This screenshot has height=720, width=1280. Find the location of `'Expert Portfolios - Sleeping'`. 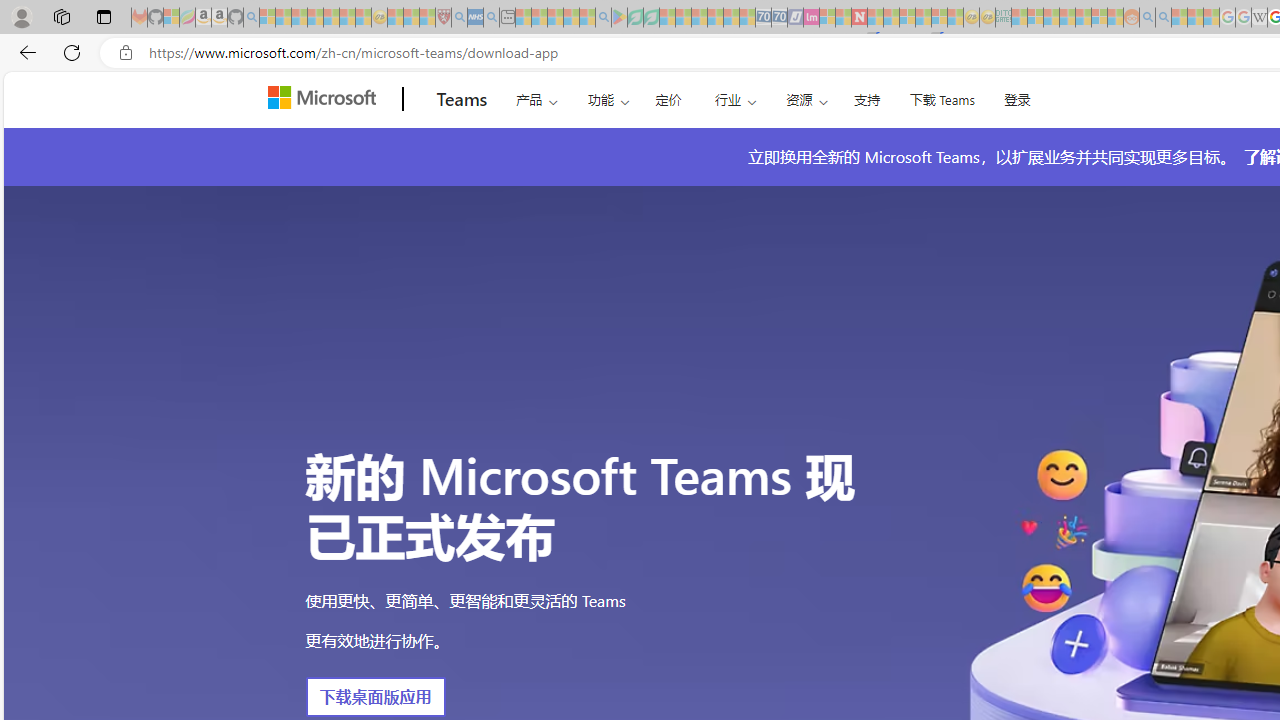

'Expert Portfolios - Sleeping' is located at coordinates (1066, 17).